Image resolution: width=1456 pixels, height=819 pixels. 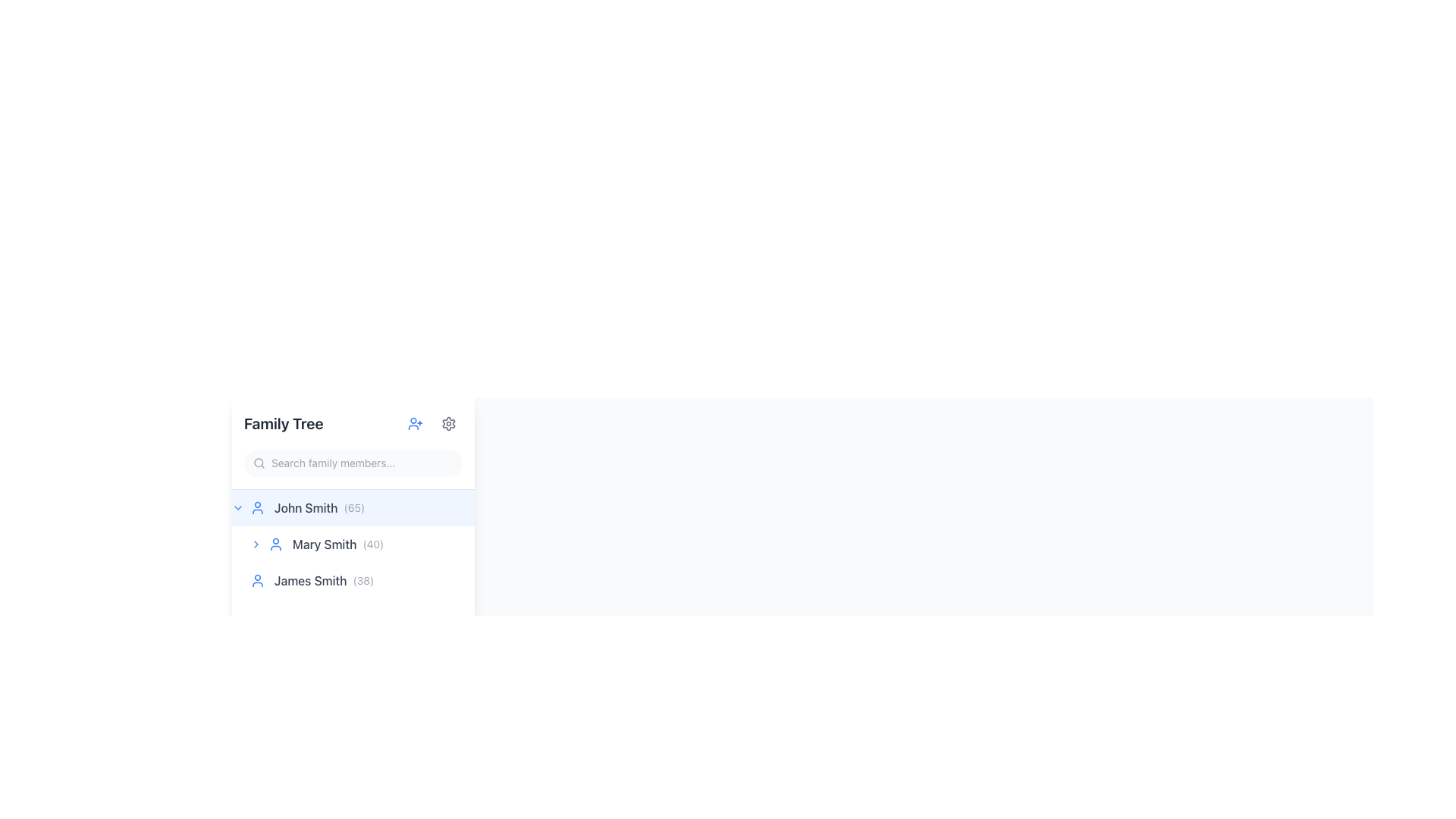 I want to click on the input field labeled 'Search family members...' adjacent to the search icon located to the left of it in the 'Family Tree' section, so click(x=259, y=462).